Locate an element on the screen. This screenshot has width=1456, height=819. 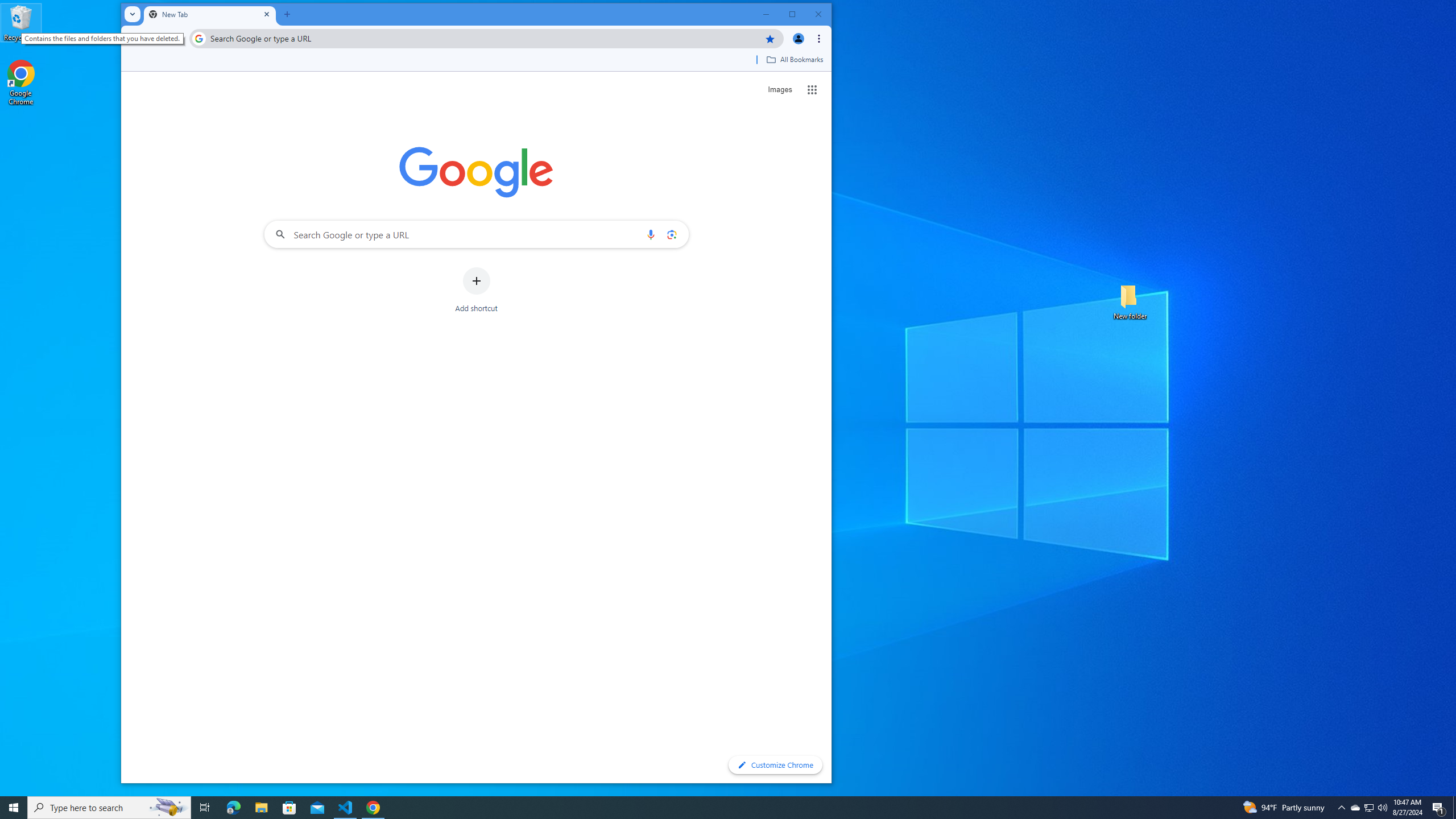
'Recycle Bin' is located at coordinates (20, 22).